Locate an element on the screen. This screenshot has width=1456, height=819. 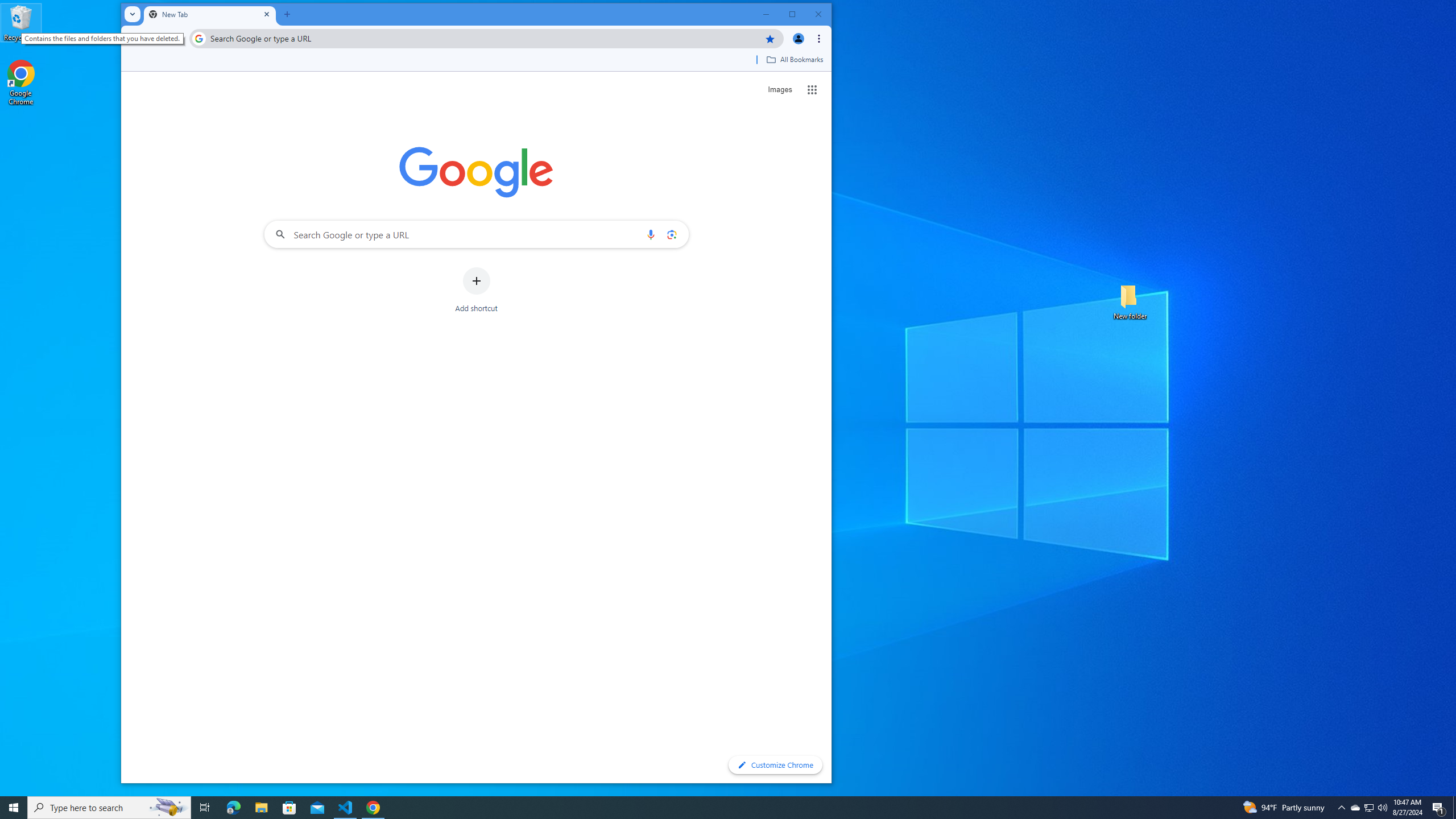
'Recycle Bin' is located at coordinates (20, 22).